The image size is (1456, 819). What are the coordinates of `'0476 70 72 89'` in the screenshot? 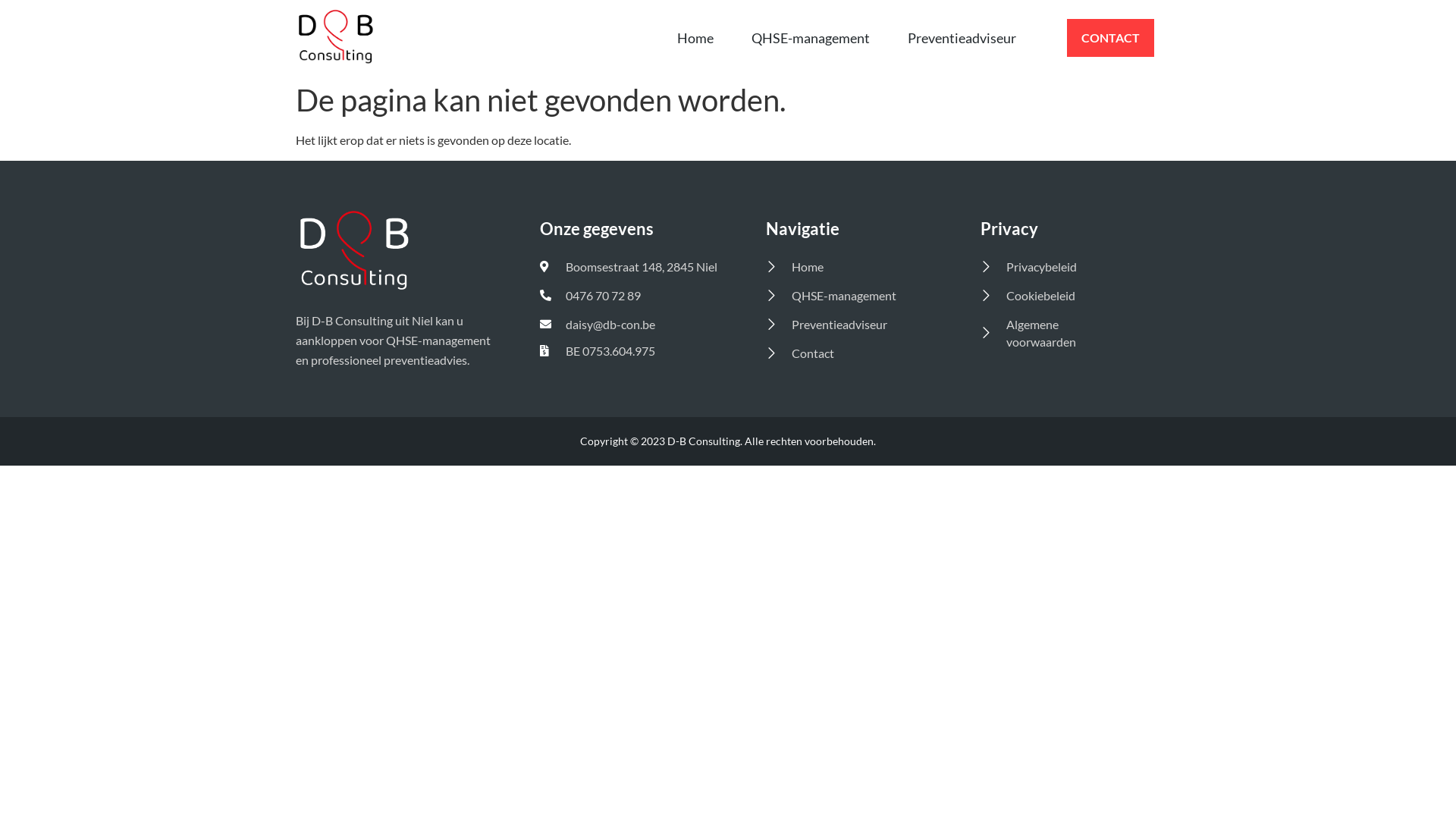 It's located at (539, 295).